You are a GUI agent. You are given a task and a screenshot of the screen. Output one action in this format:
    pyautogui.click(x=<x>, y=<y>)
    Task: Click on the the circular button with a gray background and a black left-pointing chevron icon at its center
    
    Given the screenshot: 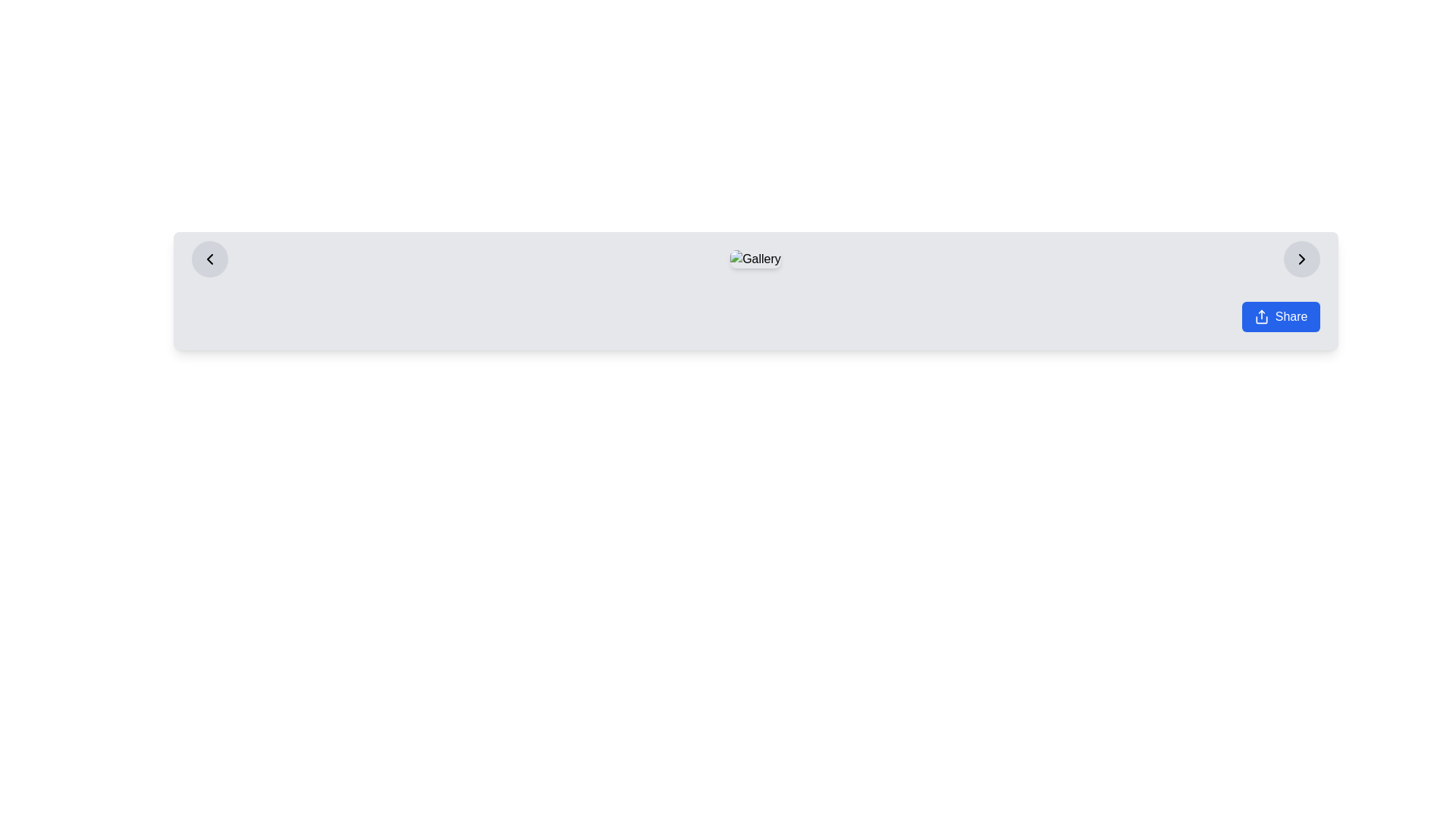 What is the action you would take?
    pyautogui.click(x=209, y=259)
    